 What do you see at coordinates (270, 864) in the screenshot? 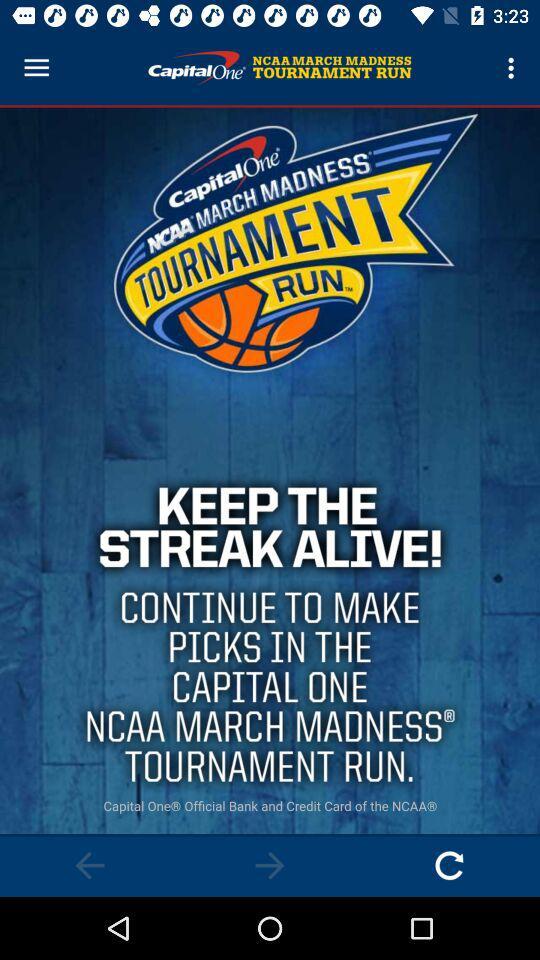
I see `go forward` at bounding box center [270, 864].